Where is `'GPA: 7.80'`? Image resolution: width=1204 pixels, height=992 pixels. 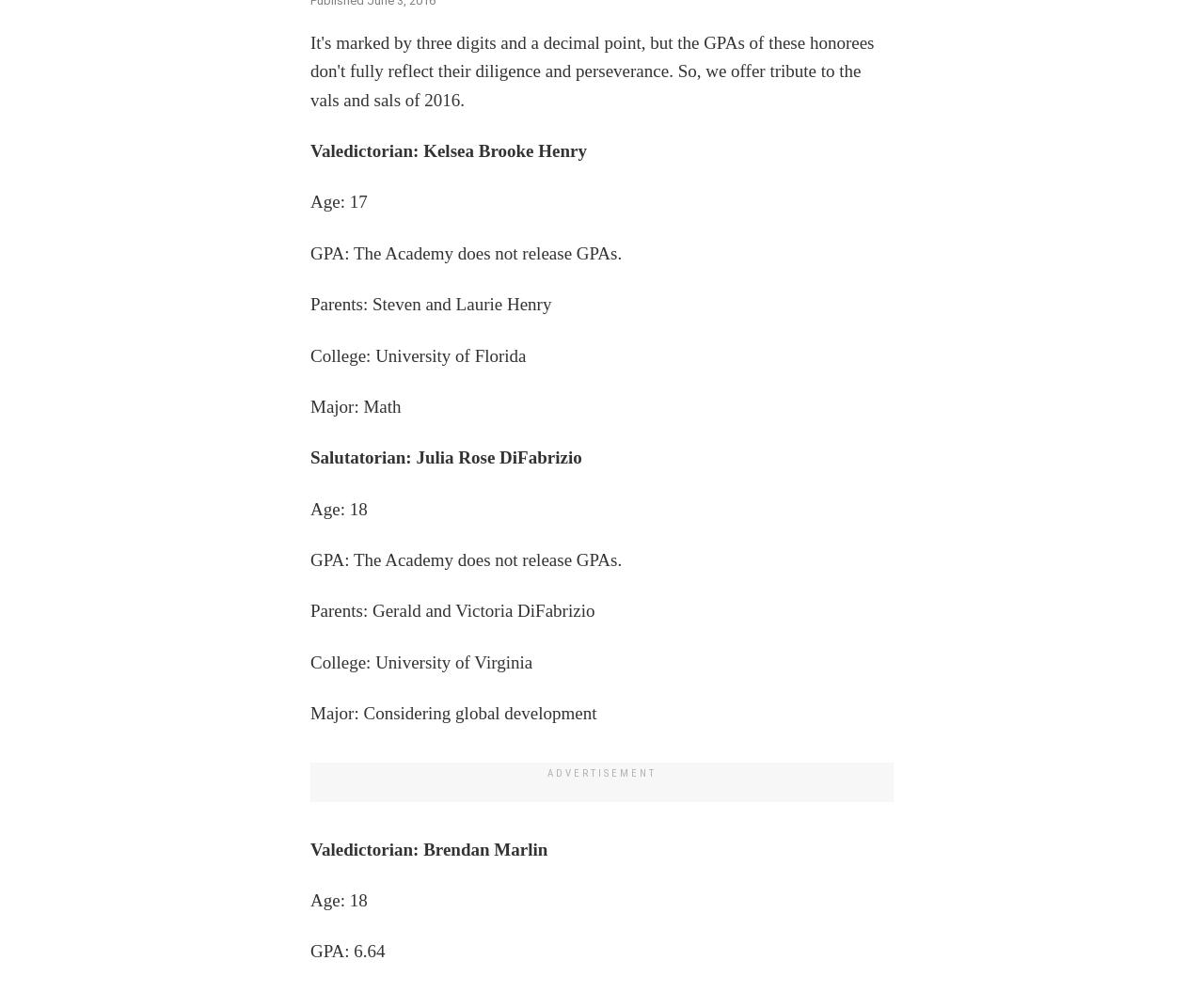
'GPA: 7.80' is located at coordinates (347, 211).